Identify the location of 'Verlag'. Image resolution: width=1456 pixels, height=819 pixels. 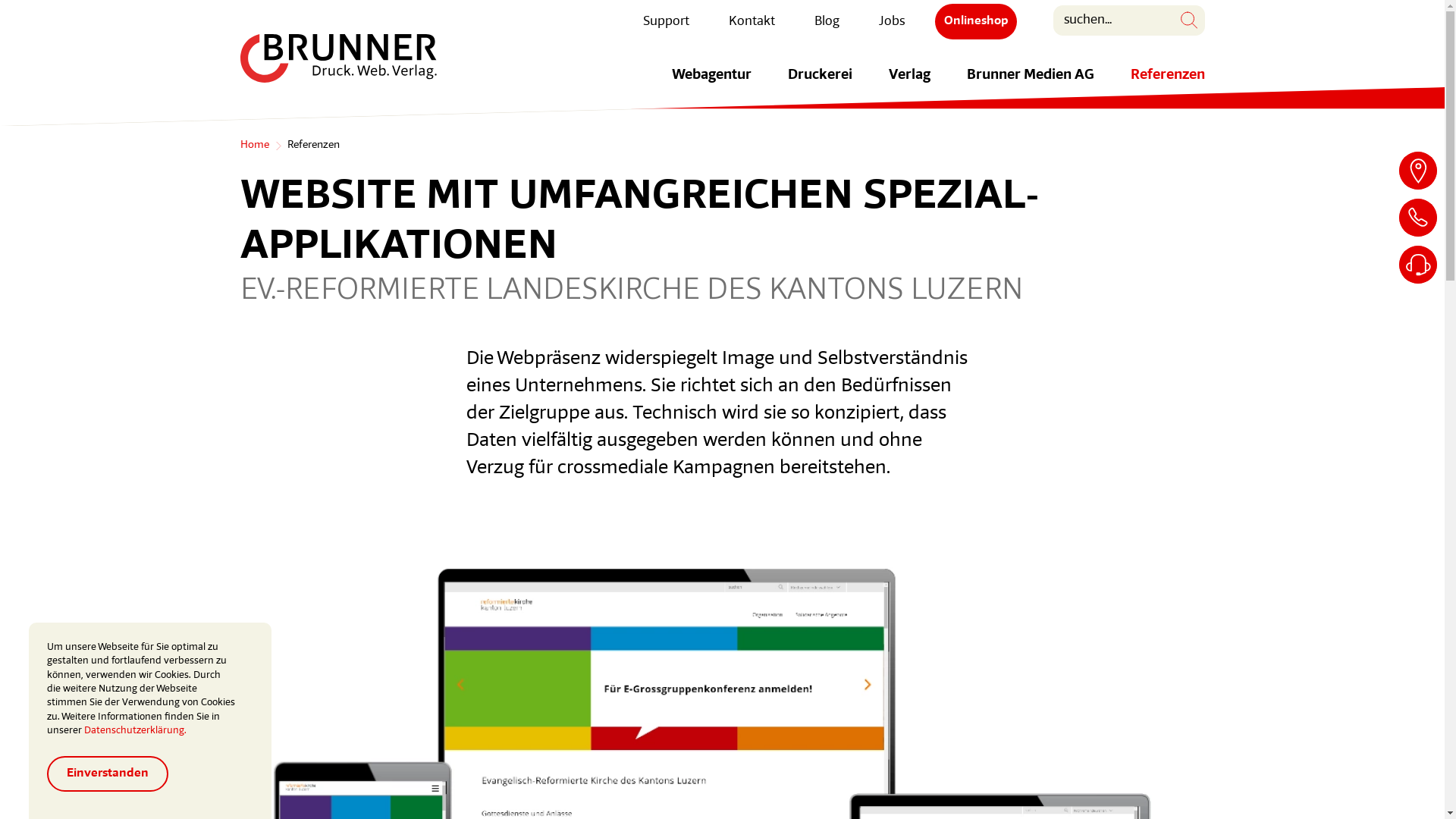
(909, 84).